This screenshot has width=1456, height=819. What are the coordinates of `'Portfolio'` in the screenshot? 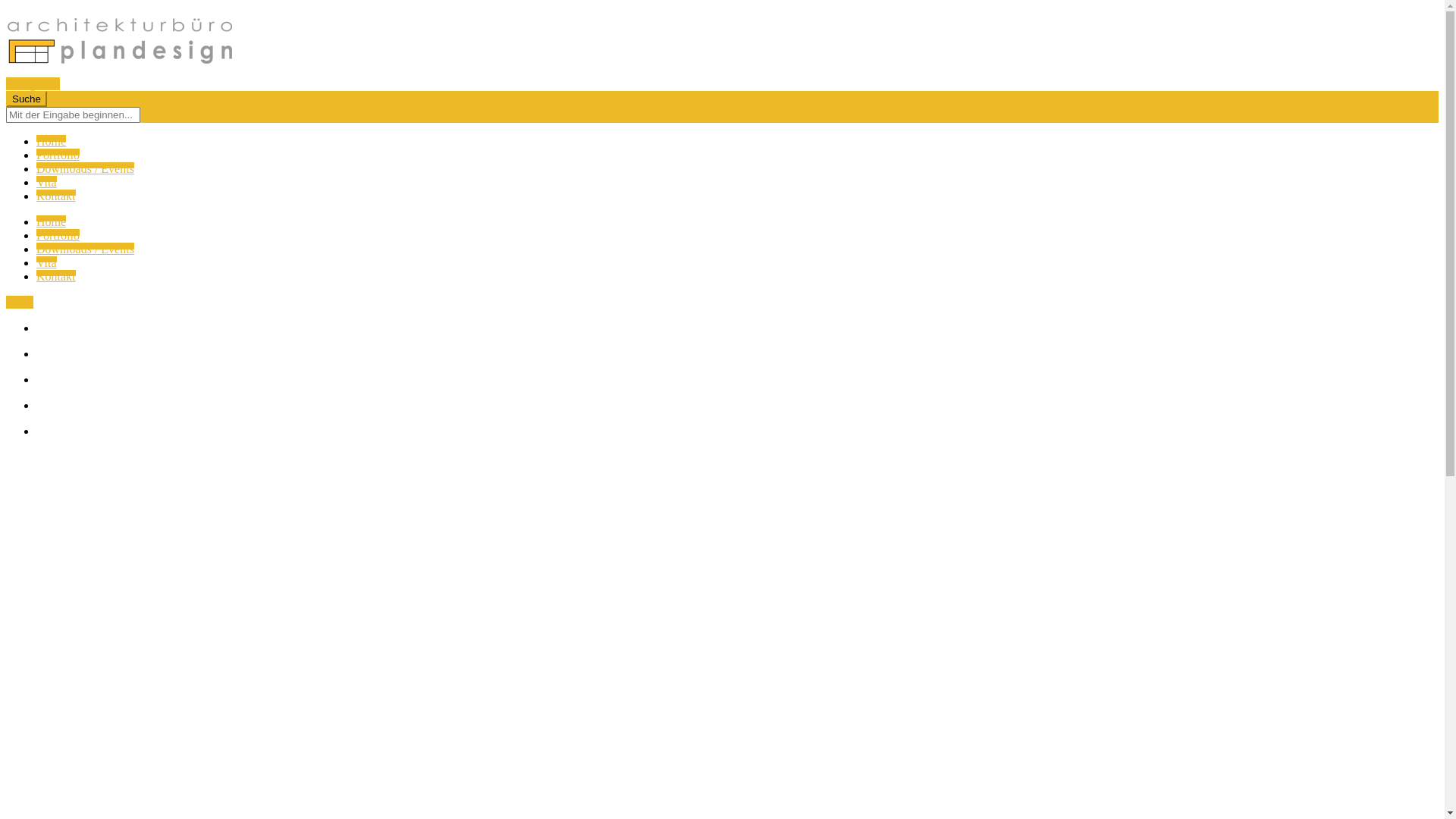 It's located at (58, 155).